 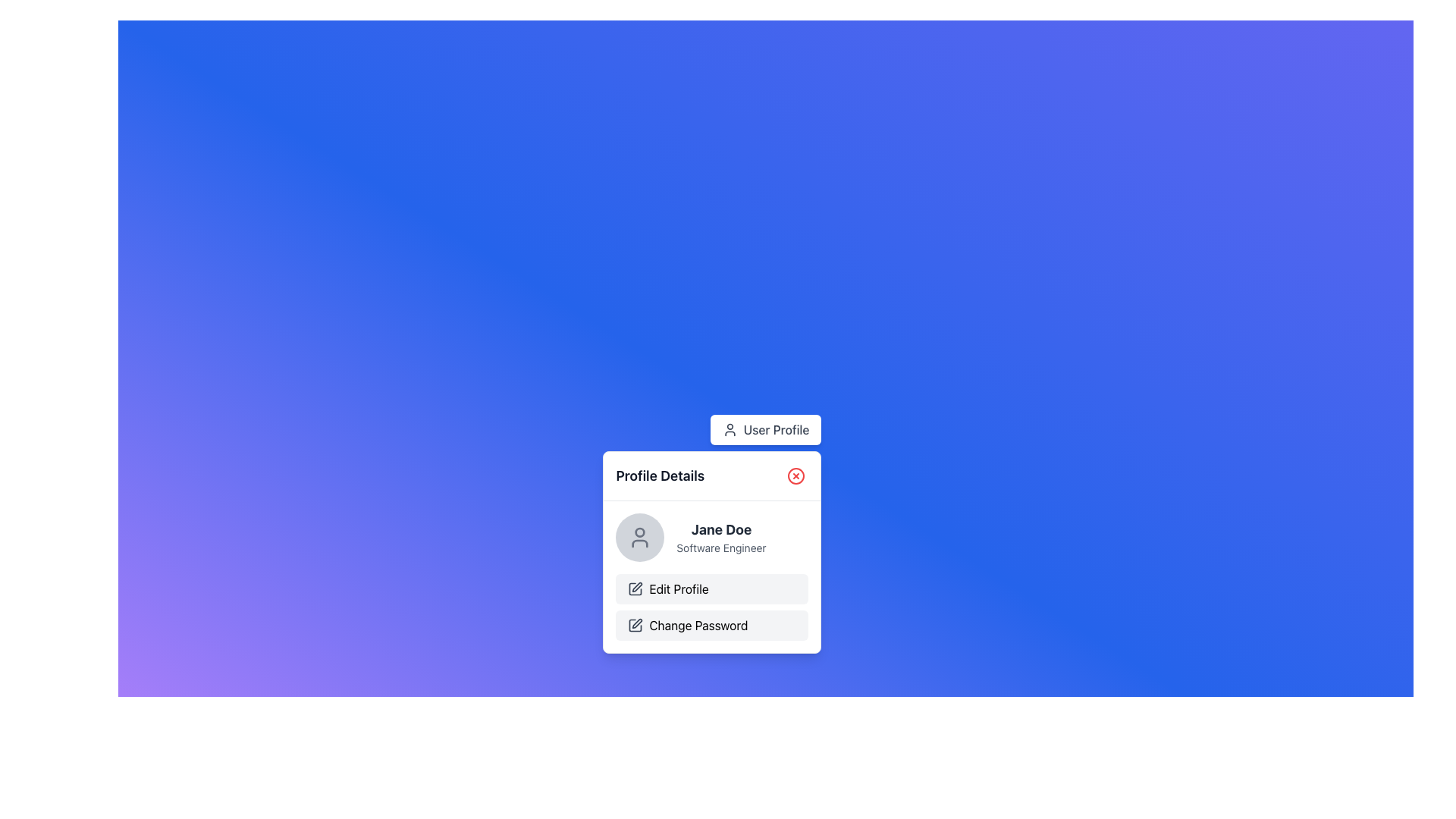 What do you see at coordinates (711, 588) in the screenshot?
I see `the first button in the profile interface` at bounding box center [711, 588].